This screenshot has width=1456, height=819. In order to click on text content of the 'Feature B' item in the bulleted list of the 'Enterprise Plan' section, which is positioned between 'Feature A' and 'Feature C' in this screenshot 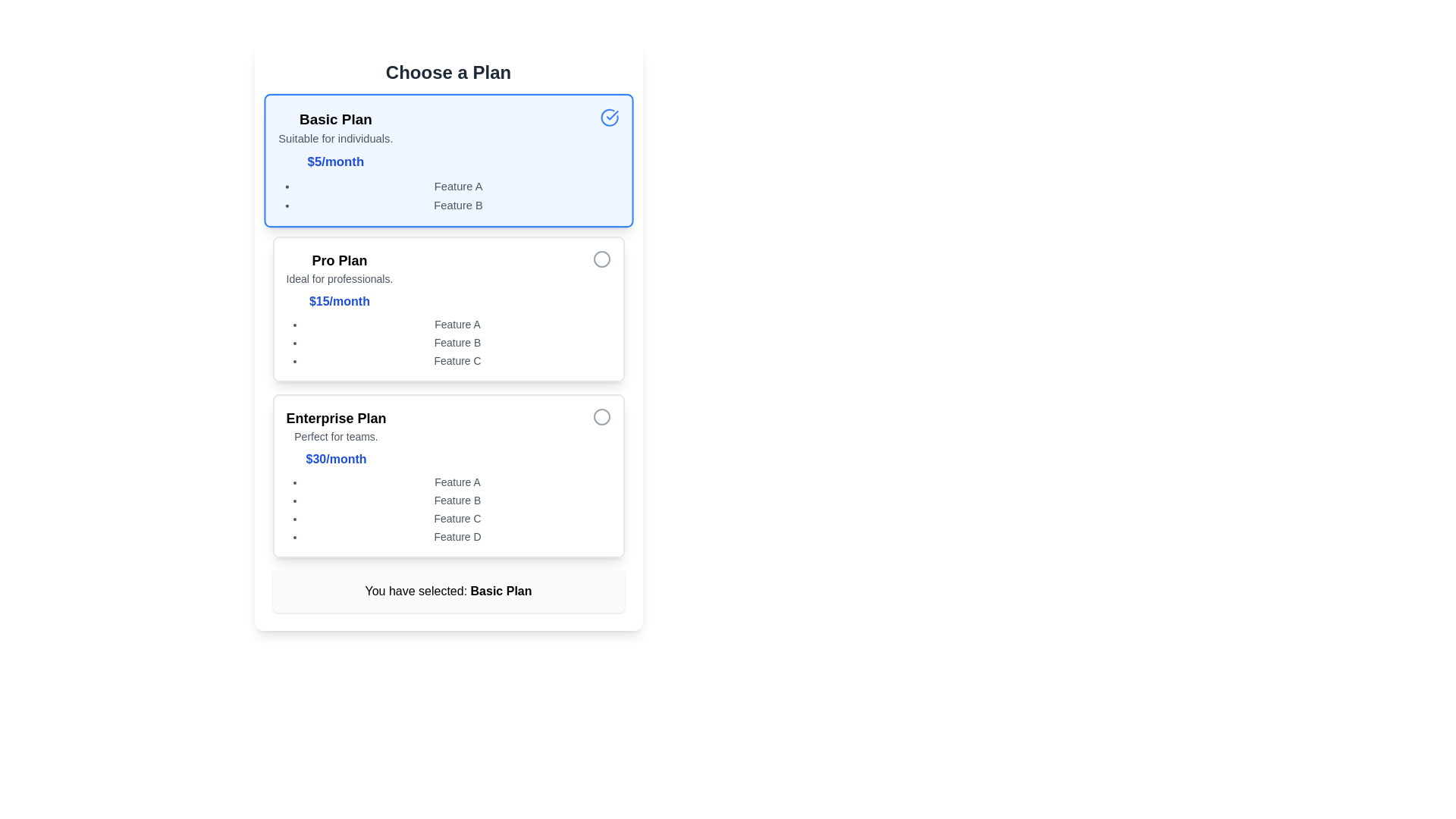, I will do `click(457, 500)`.